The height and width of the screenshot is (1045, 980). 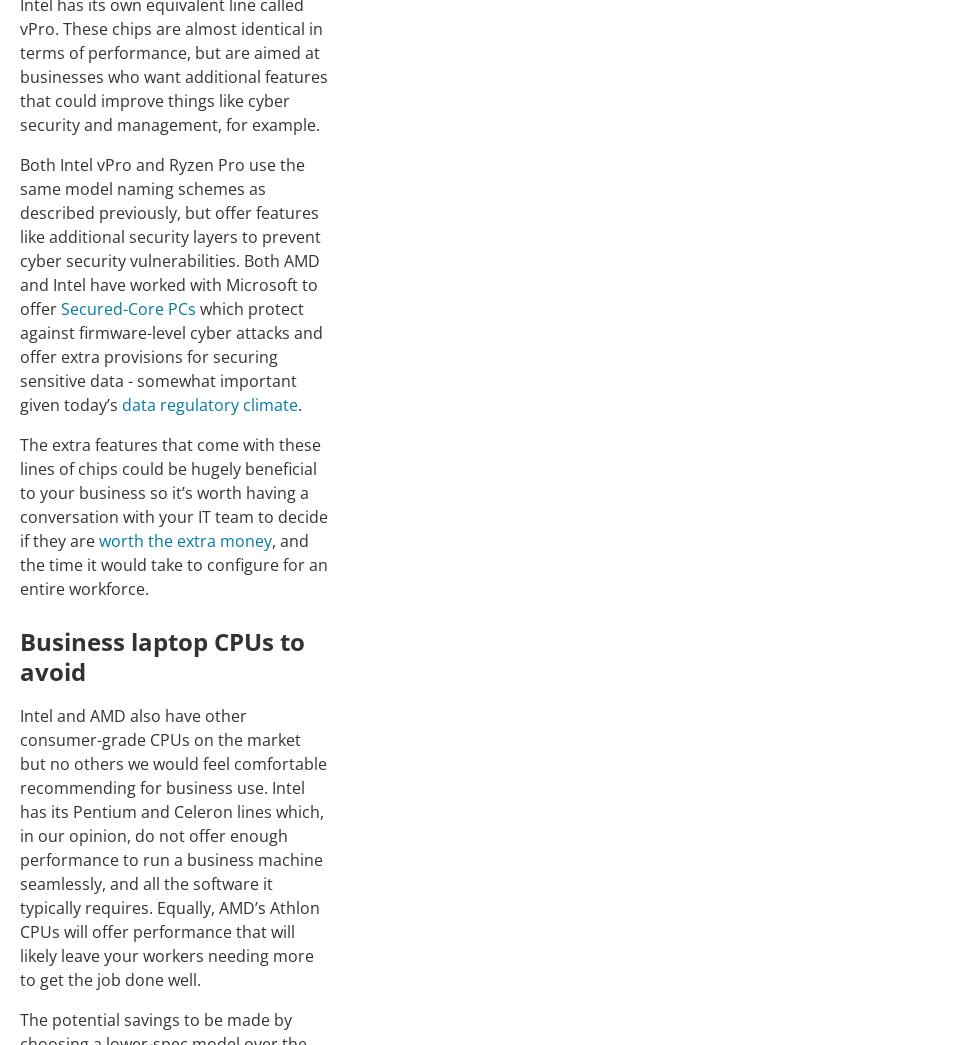 I want to click on 'Intel and AMD also have other consumer-grade CPUs on the market but no others we would feel comfortable recommending for business use. Intel has its Pentium and Celeron lines which, in our opinion, do not offer enough performance to run a business machine seamlessly, and all the software it typically requires. Equally, AMD’s Athlon CPUs will offer performance that will likely leave your workers needing more to get the job done well.', so click(x=173, y=845).